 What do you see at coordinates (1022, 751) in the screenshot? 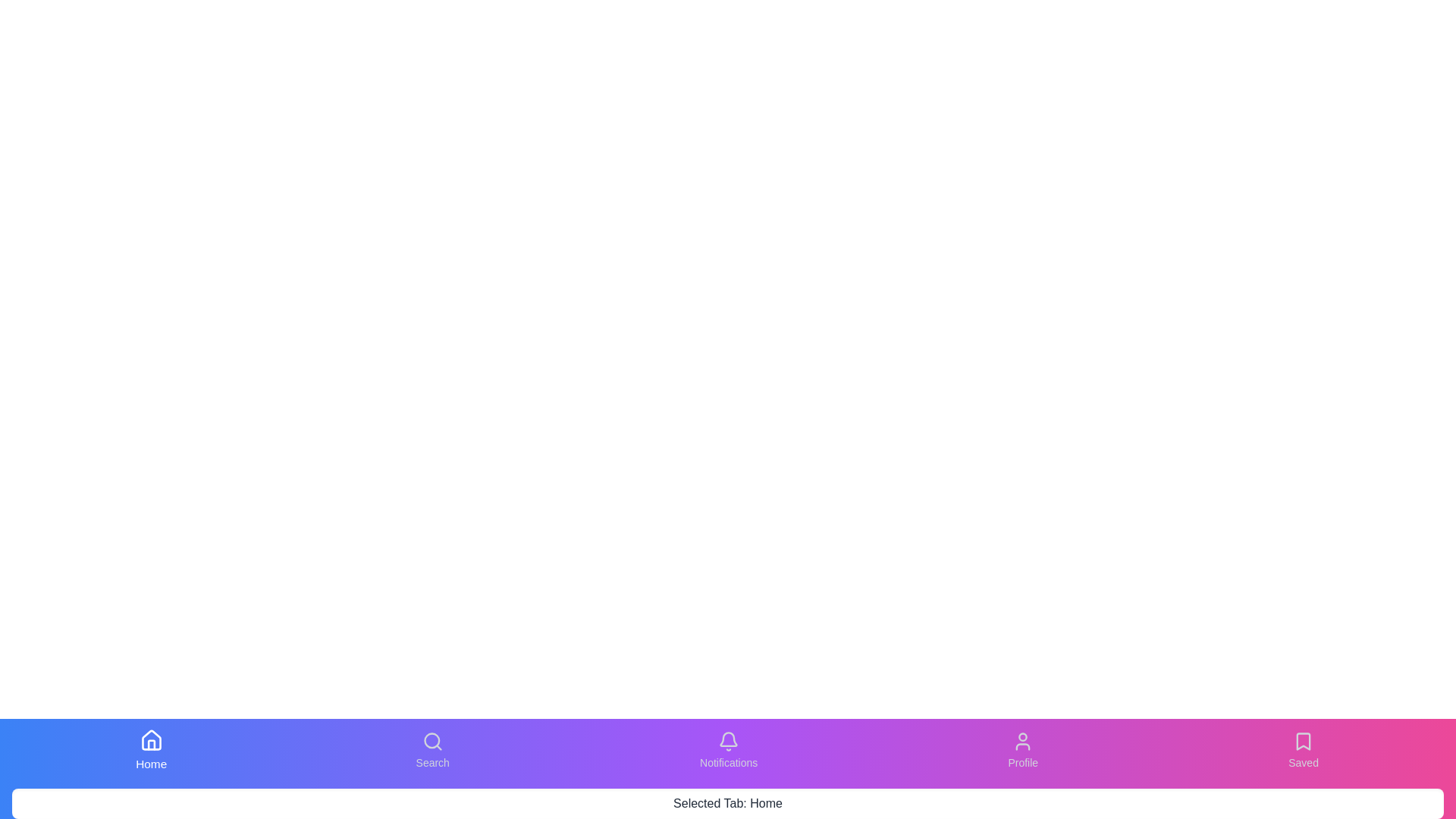
I see `the tab labeled Profile from the bottom navigation bar` at bounding box center [1022, 751].